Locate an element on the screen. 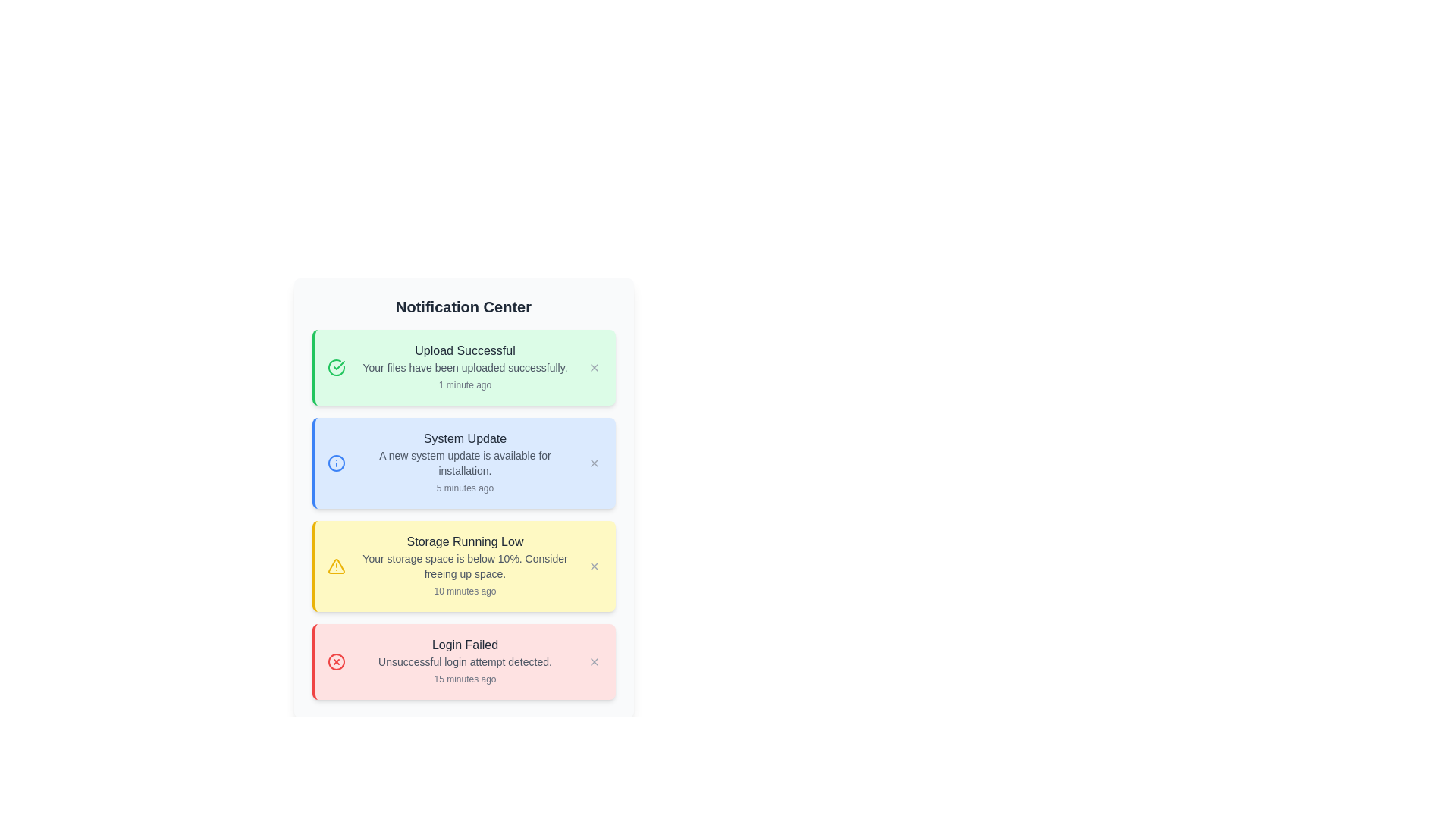 The width and height of the screenshot is (1456, 819). the Text display component that shows the notification 'Login Failed' with the description 'Unsuccessful login attempt detected' and a timestamp '15 minutes ago' is located at coordinates (464, 661).